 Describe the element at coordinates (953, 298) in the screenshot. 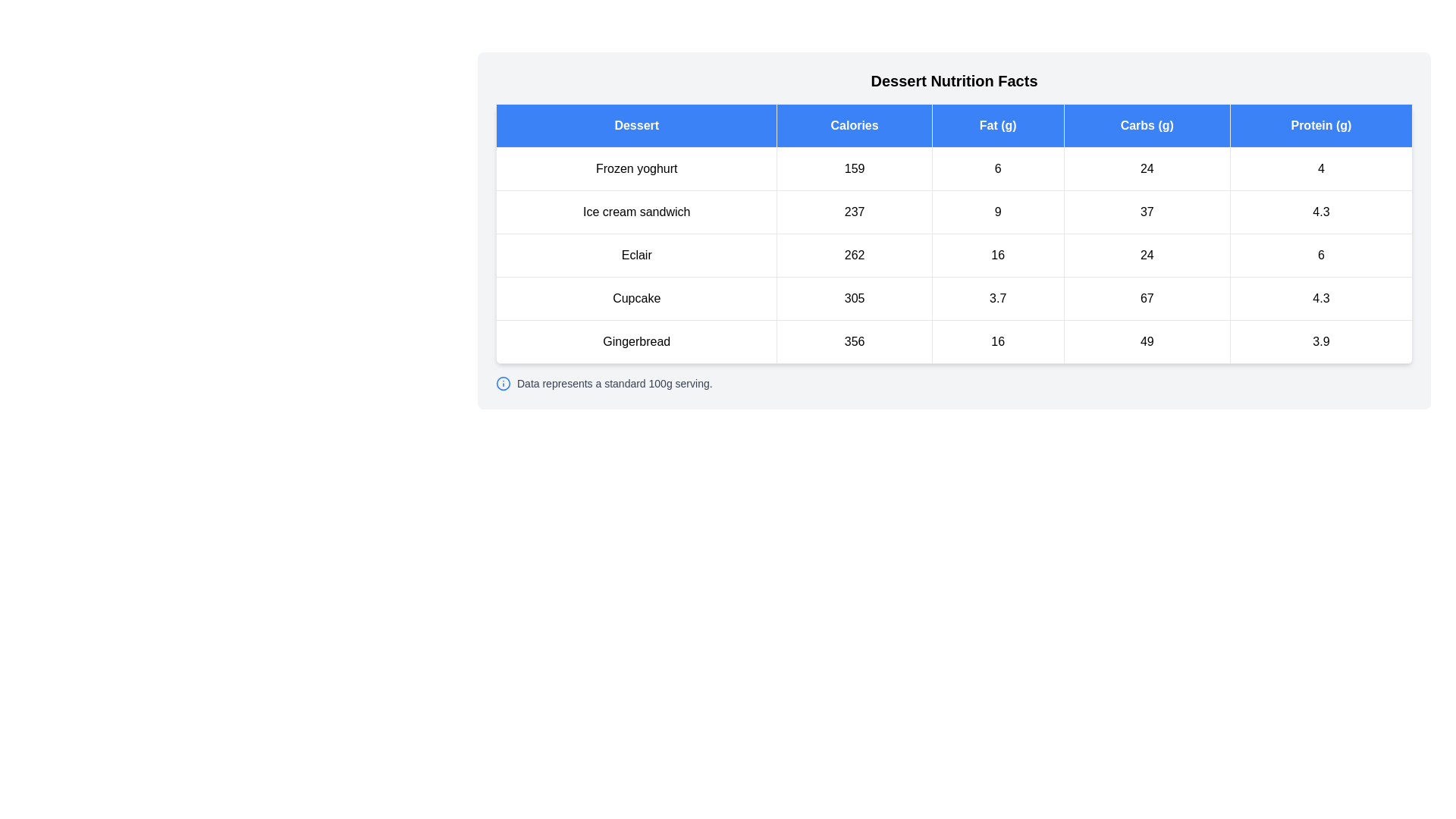

I see `the row corresponding to Cupcake` at that location.